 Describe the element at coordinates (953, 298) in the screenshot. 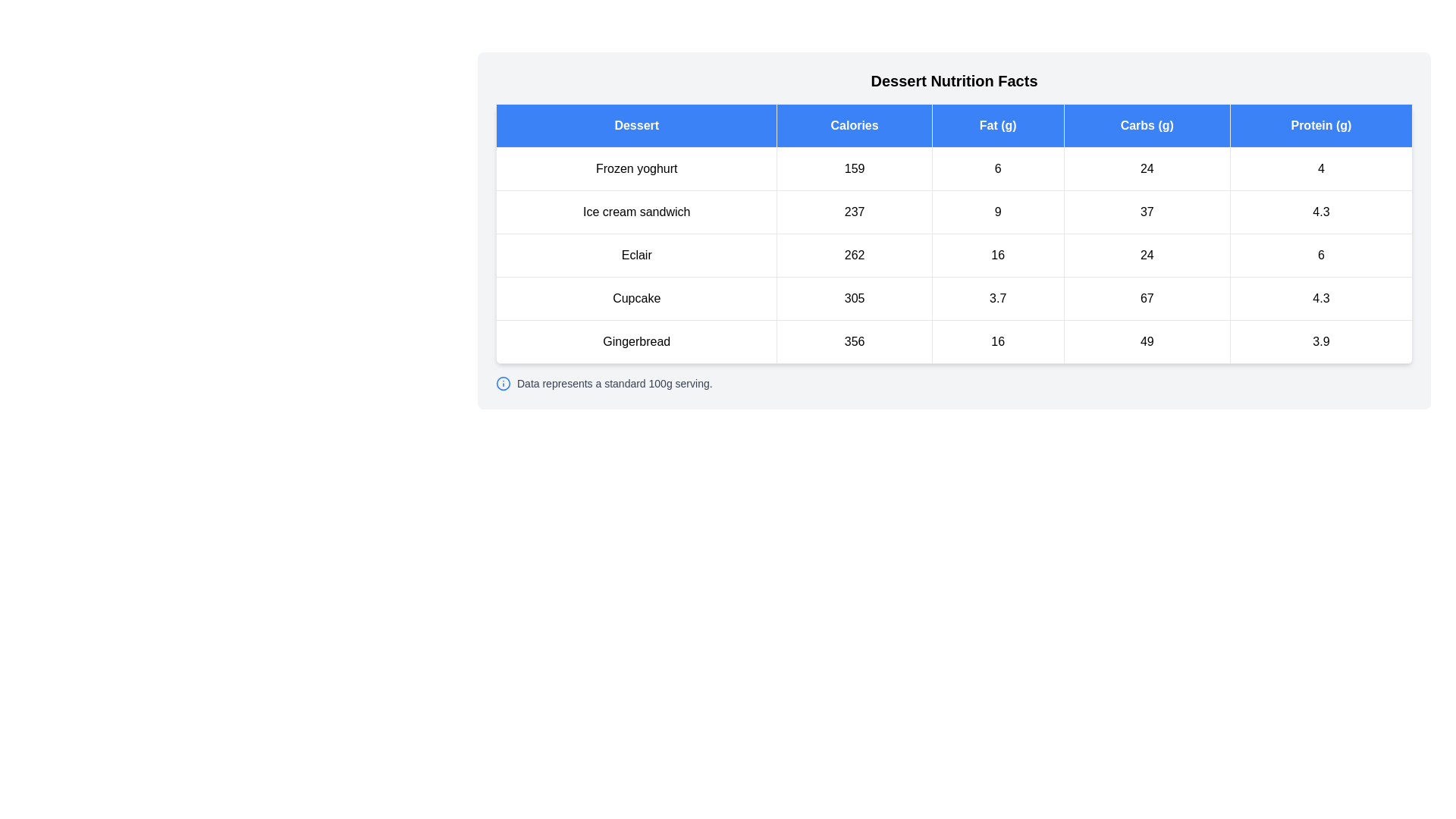

I see `the row corresponding to Cupcake` at that location.